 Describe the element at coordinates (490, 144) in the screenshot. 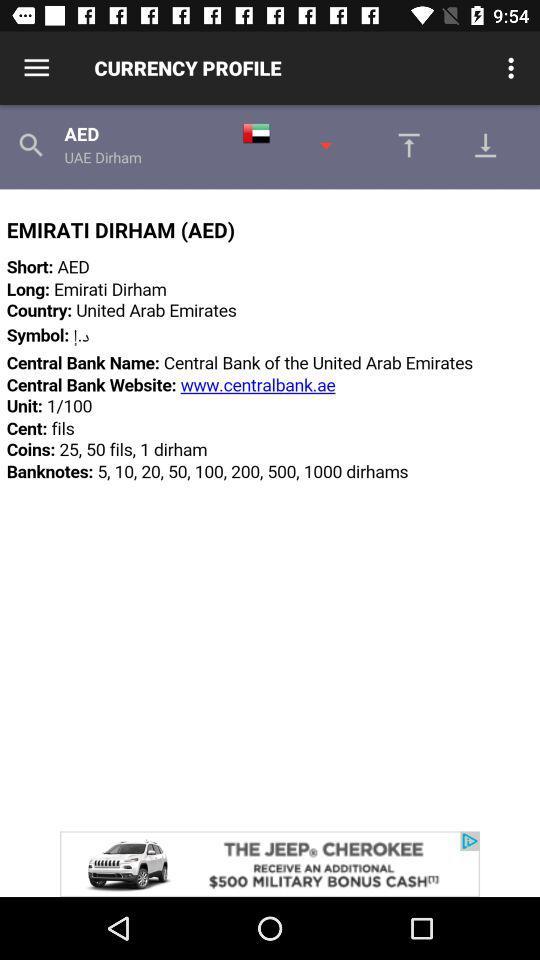

I see `download` at that location.